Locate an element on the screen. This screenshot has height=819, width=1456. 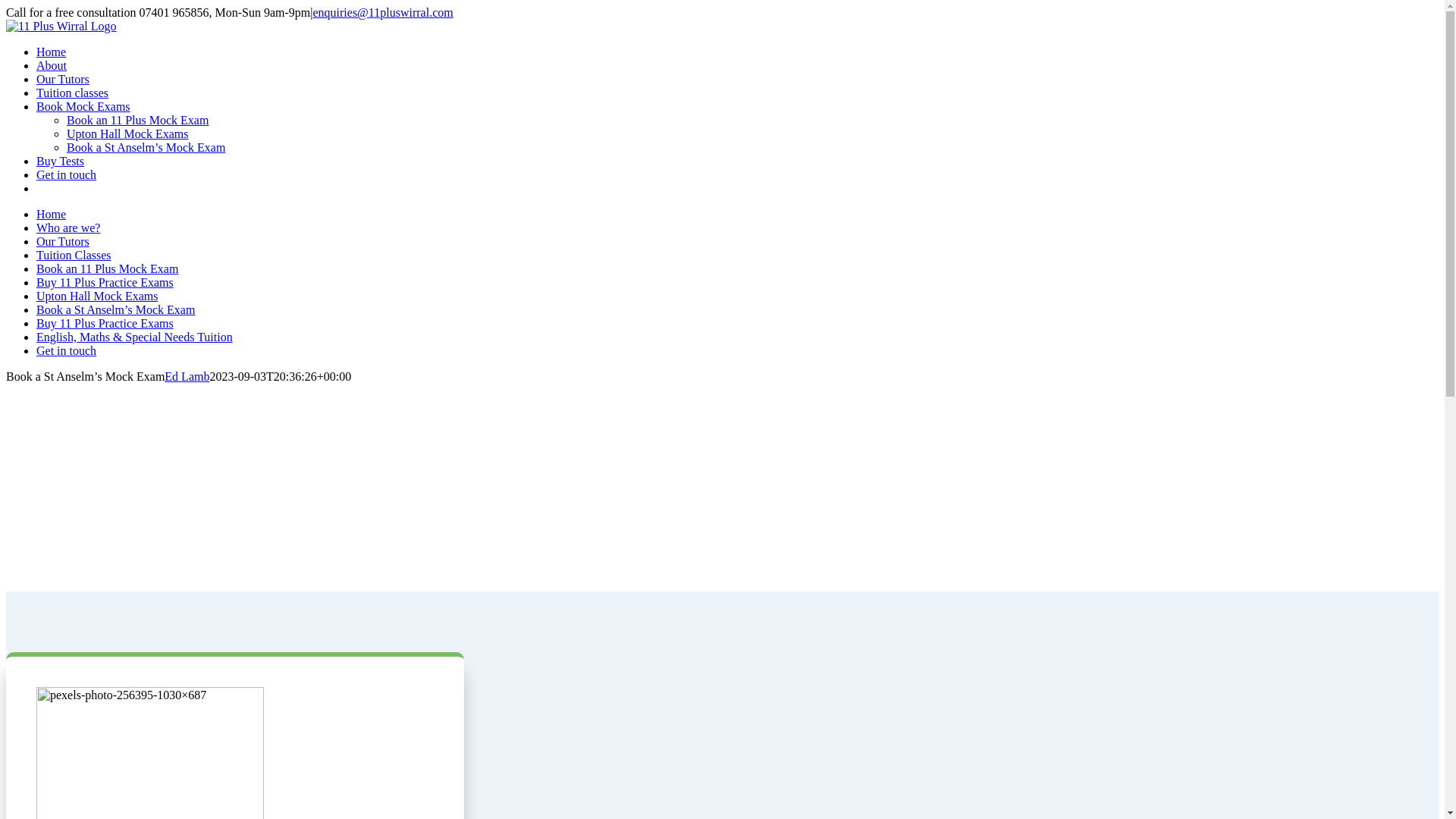
'Buy 11 Plus Practice Exams' is located at coordinates (104, 322).